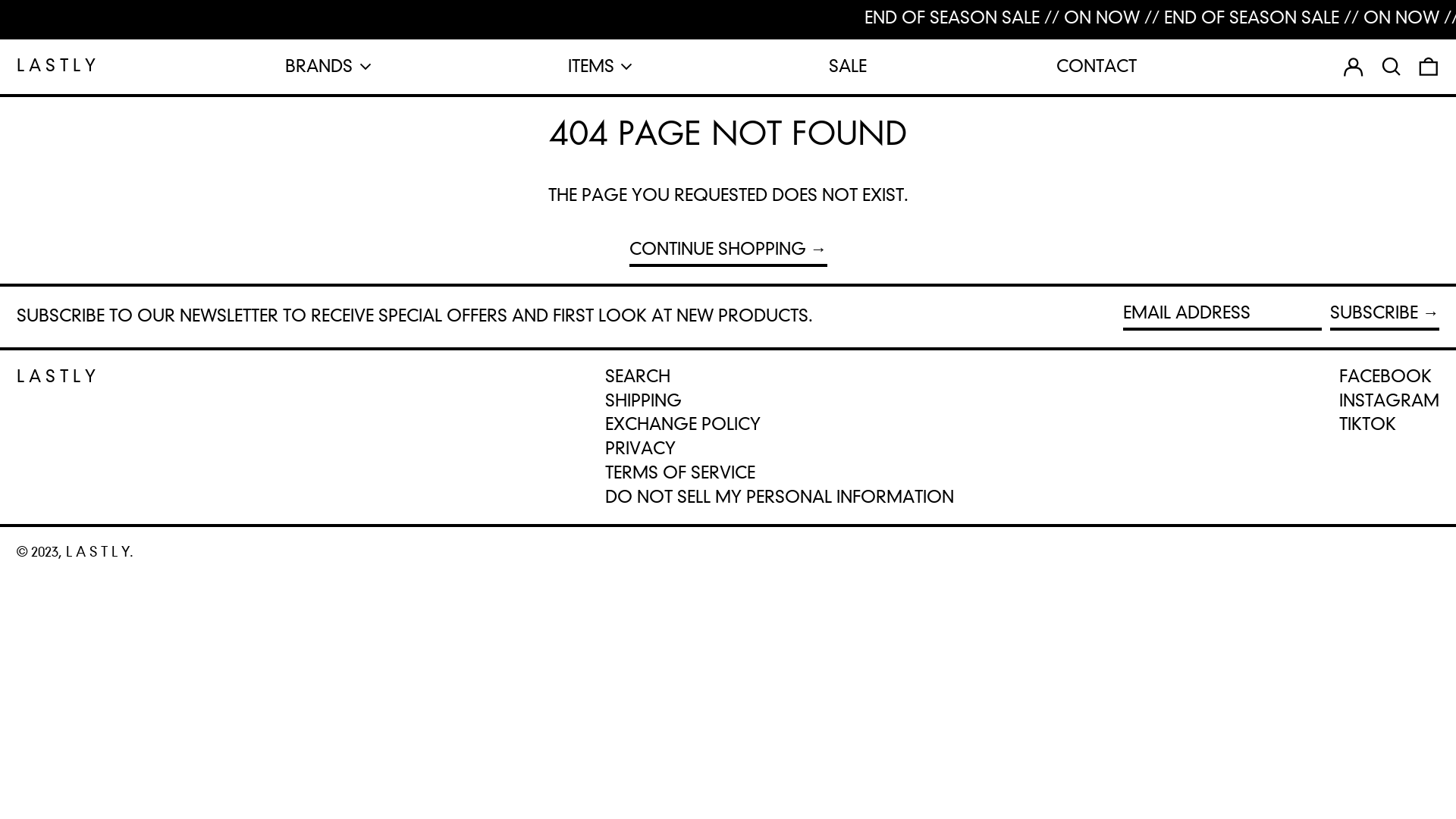 The image size is (1456, 819). What do you see at coordinates (97, 551) in the screenshot?
I see `'L A S T L Y'` at bounding box center [97, 551].